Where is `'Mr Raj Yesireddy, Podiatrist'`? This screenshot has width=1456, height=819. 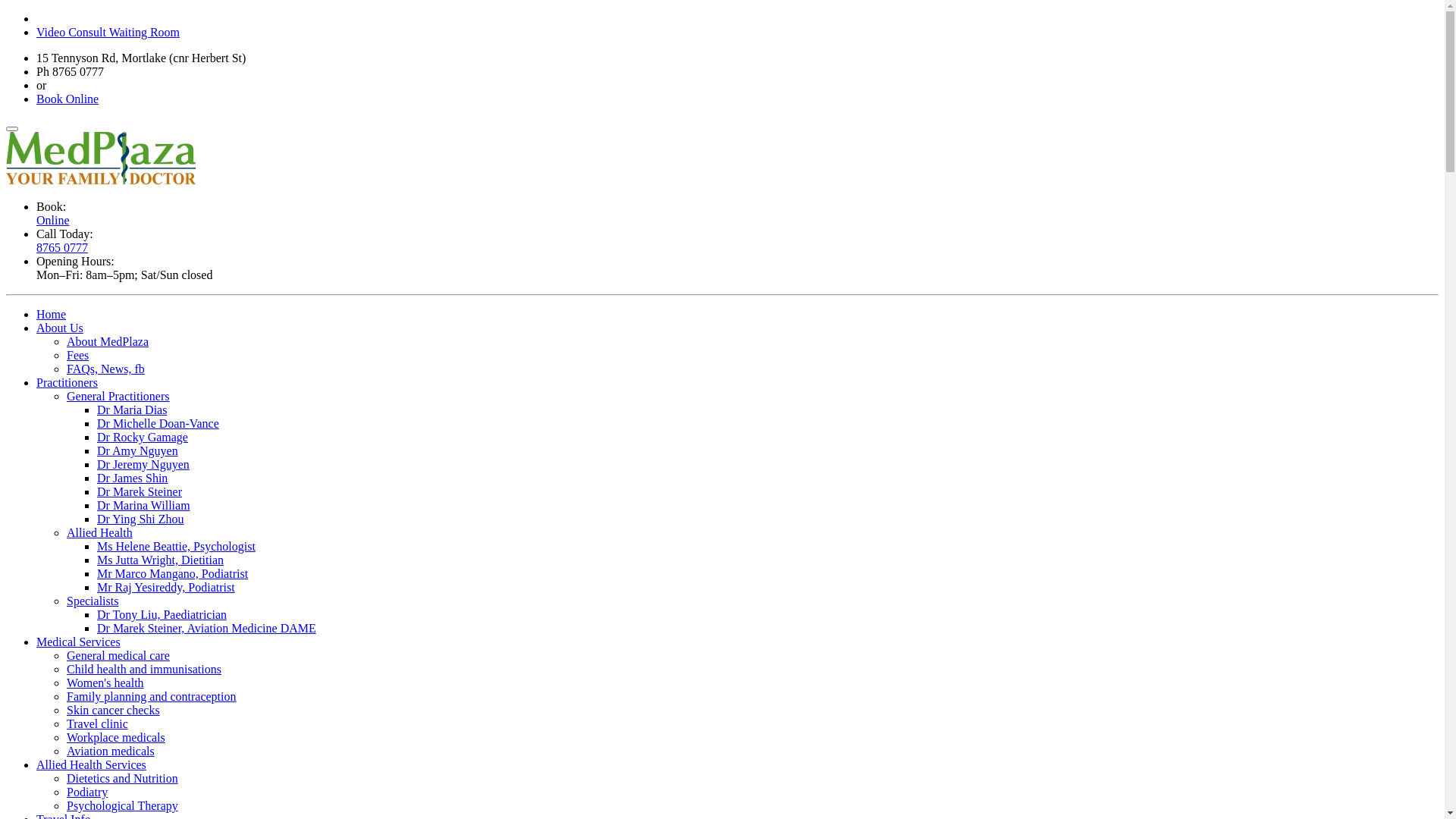
'Mr Raj Yesireddy, Podiatrist' is located at coordinates (96, 586).